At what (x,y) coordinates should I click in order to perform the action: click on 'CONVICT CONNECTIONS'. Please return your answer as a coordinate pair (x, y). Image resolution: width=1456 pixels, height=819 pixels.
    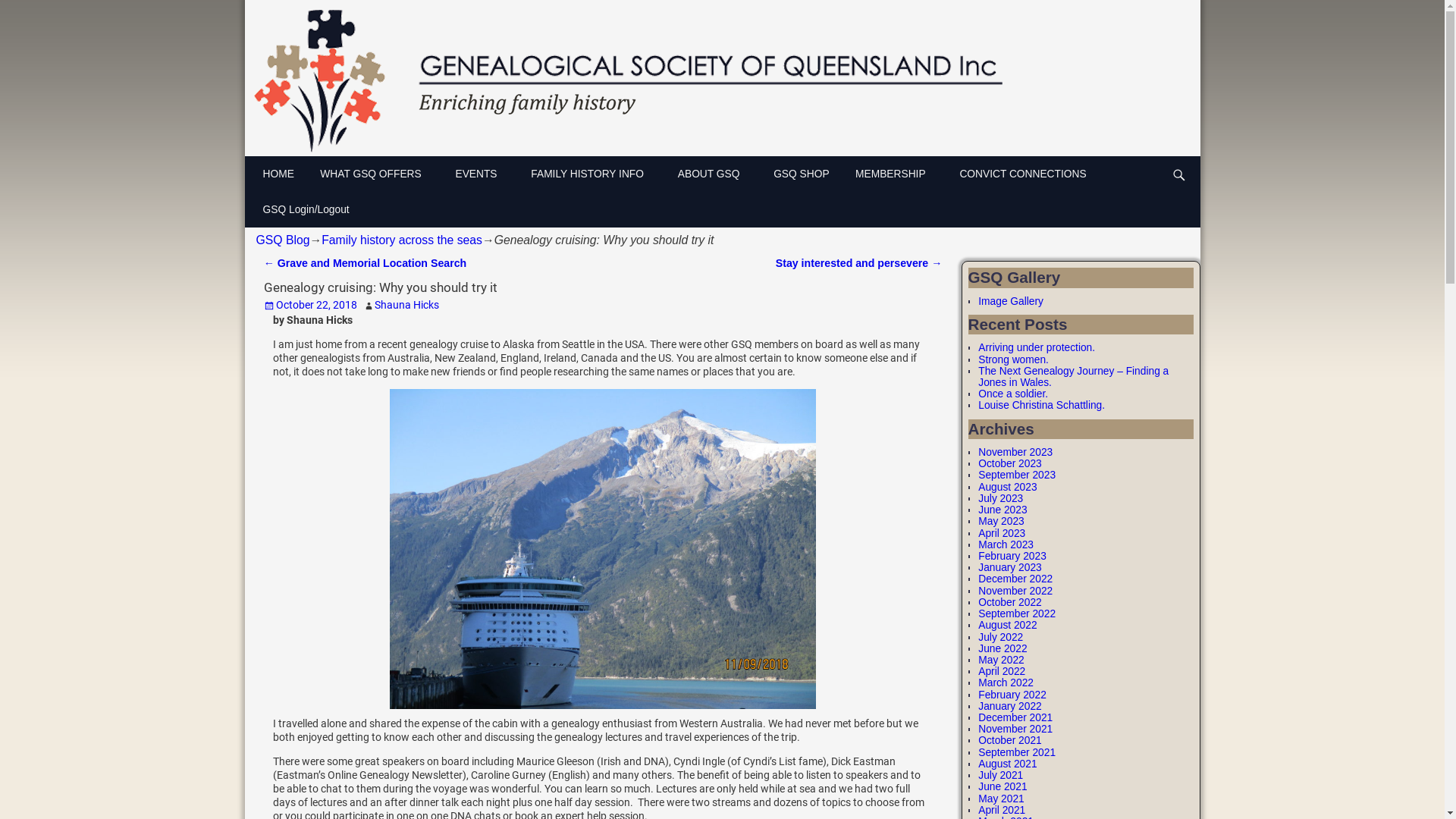
    Looking at the image, I should click on (1028, 173).